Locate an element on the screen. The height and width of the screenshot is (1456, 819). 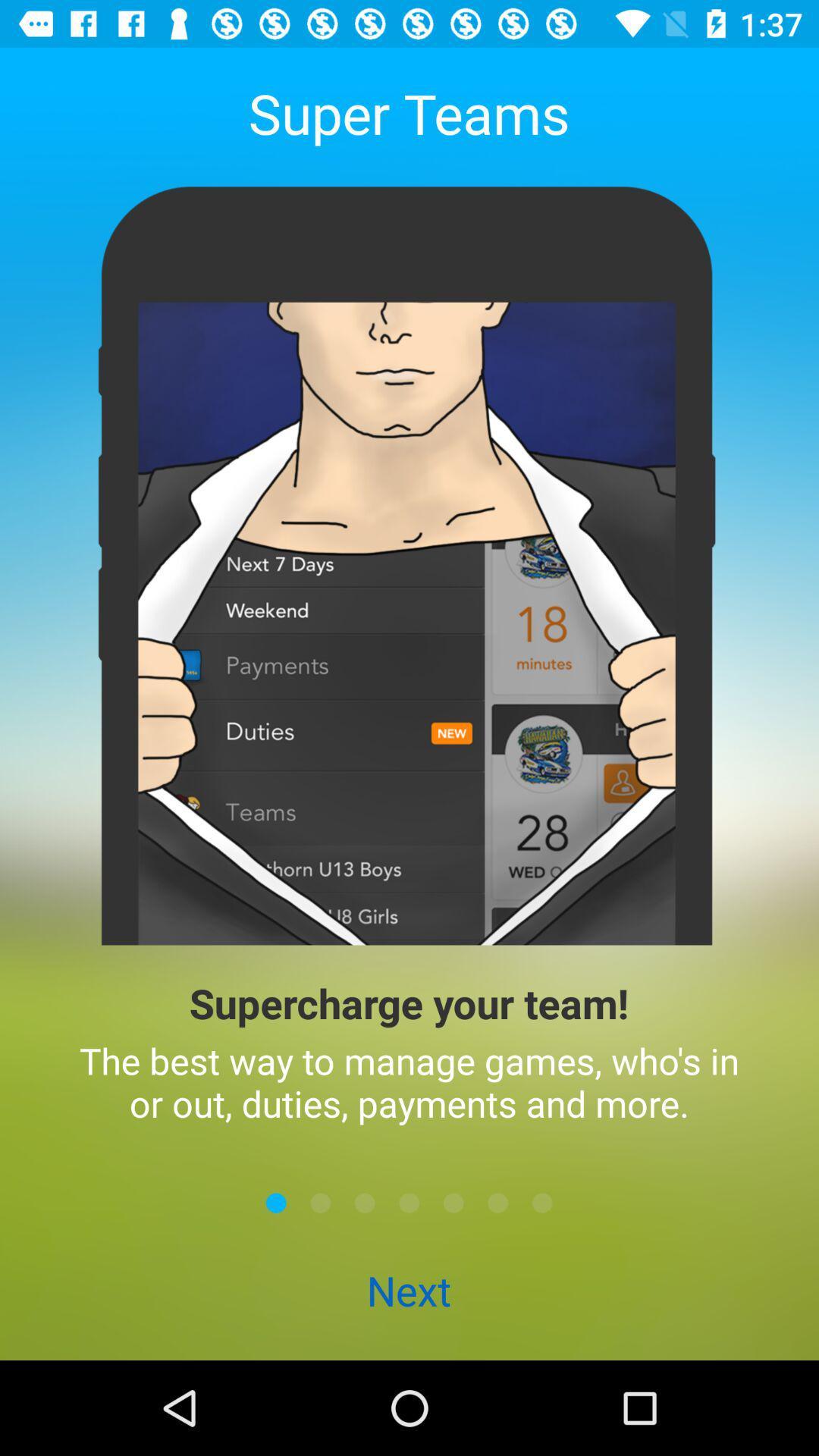
advance to a later slide is located at coordinates (453, 1202).